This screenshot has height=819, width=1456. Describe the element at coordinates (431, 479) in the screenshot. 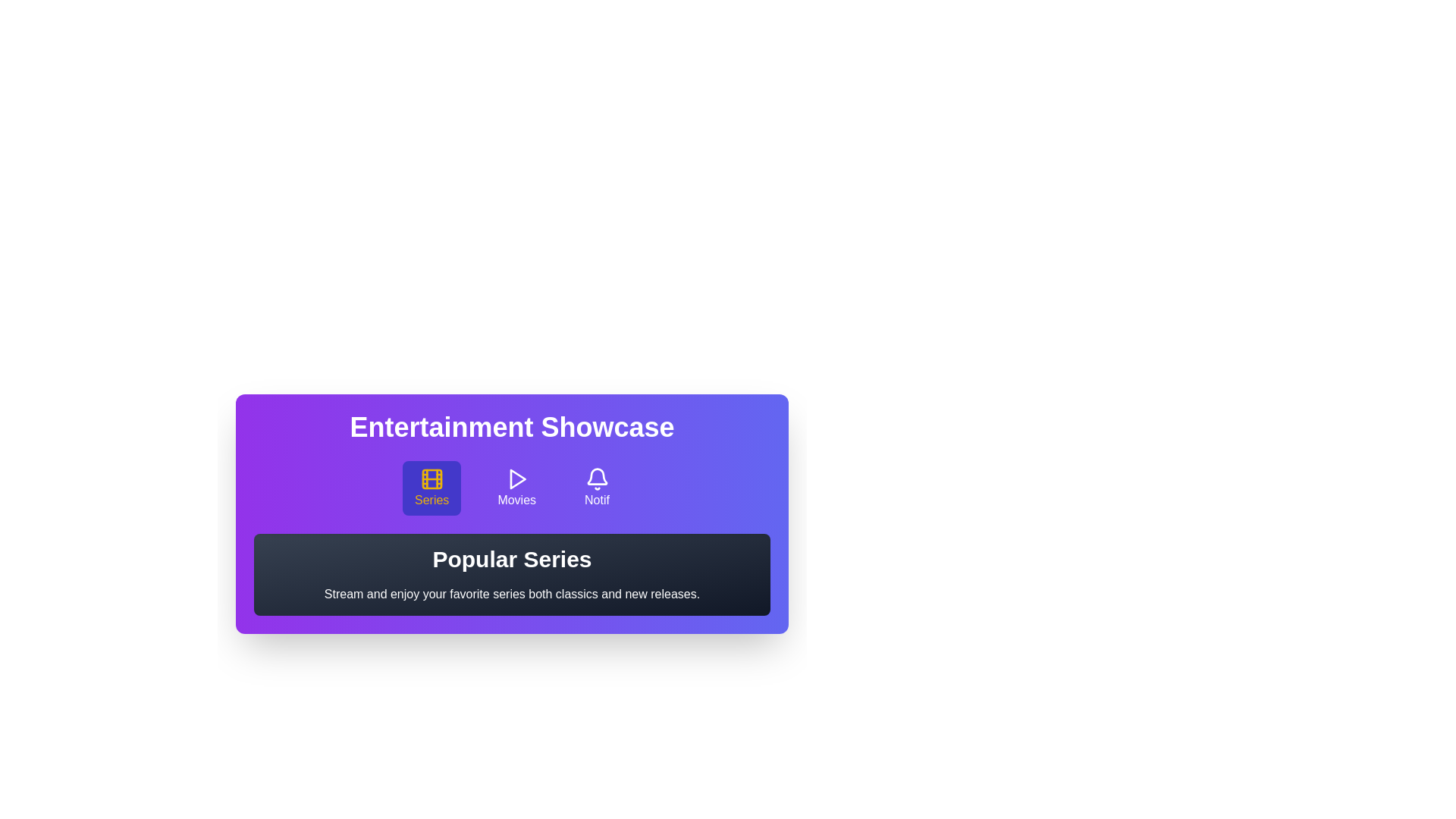

I see `the yellow film strip icon located on a purple rectangle background, which is the first icon in the row under the 'Series' label` at that location.